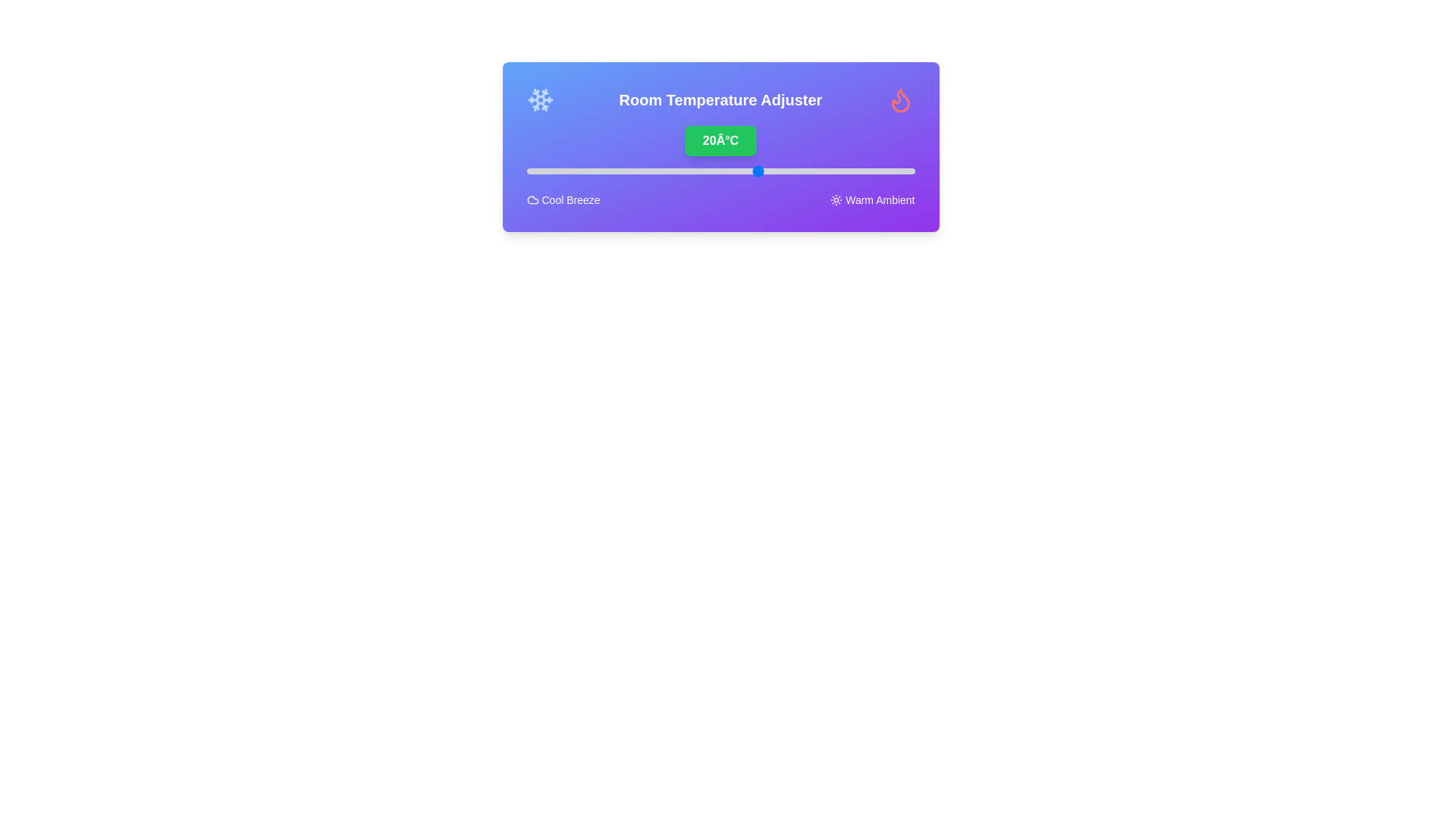  Describe the element at coordinates (759, 171) in the screenshot. I see `the temperature slider to set the temperature to 20°C` at that location.